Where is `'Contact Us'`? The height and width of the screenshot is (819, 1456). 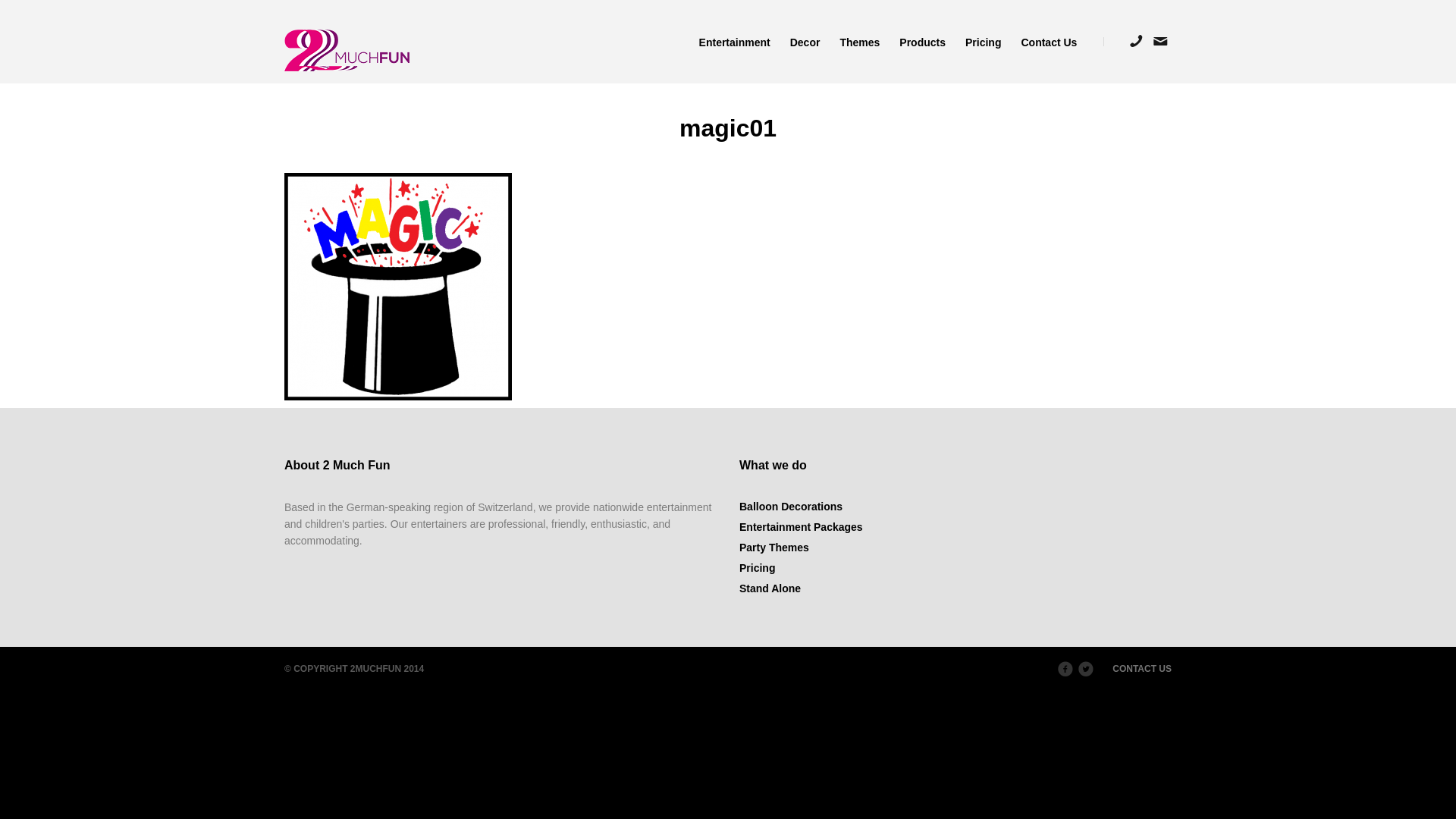 'Contact Us' is located at coordinates (1043, 40).